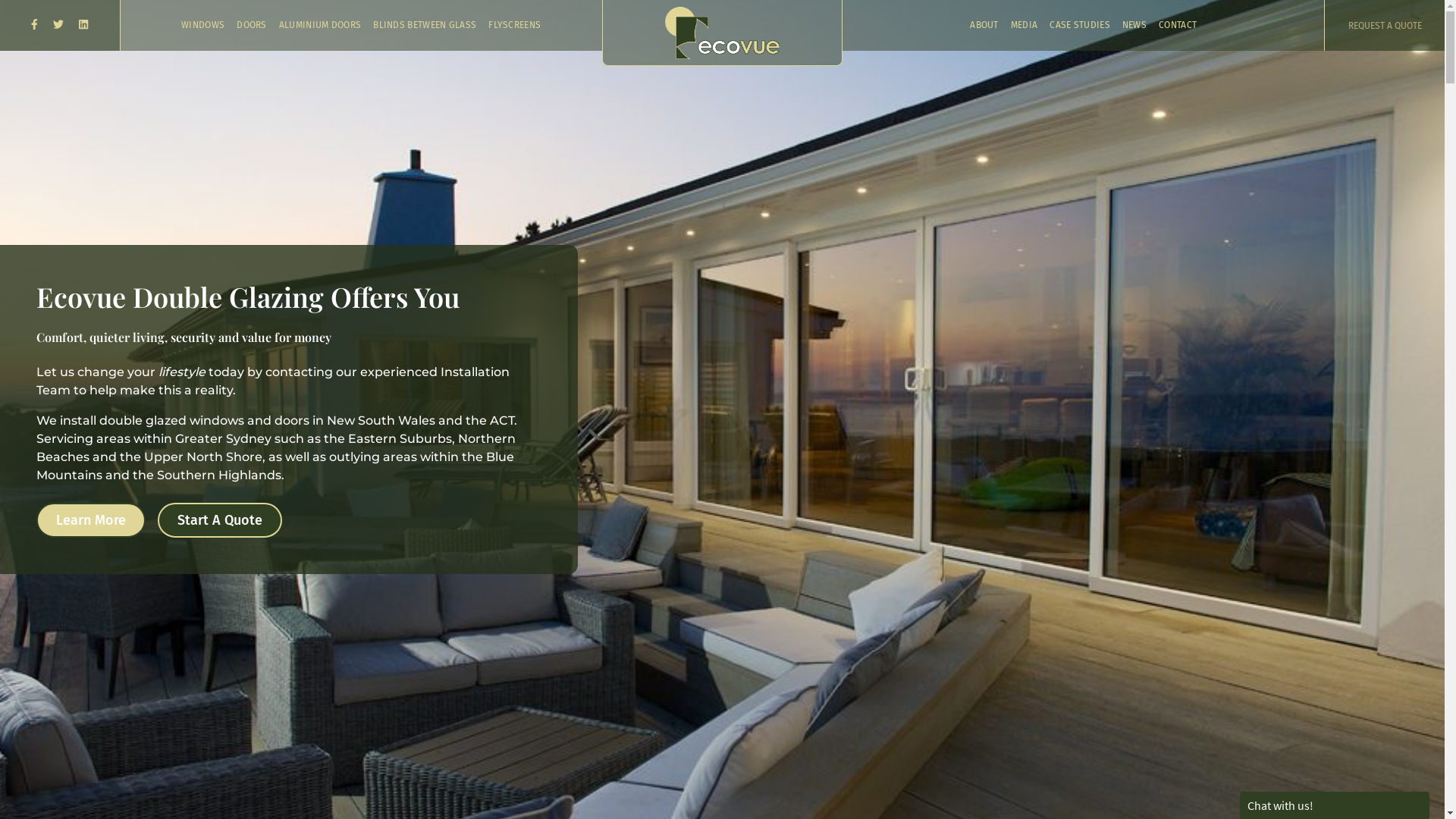  What do you see at coordinates (425, 25) in the screenshot?
I see `'BLINDS BETWEEN GLASS'` at bounding box center [425, 25].